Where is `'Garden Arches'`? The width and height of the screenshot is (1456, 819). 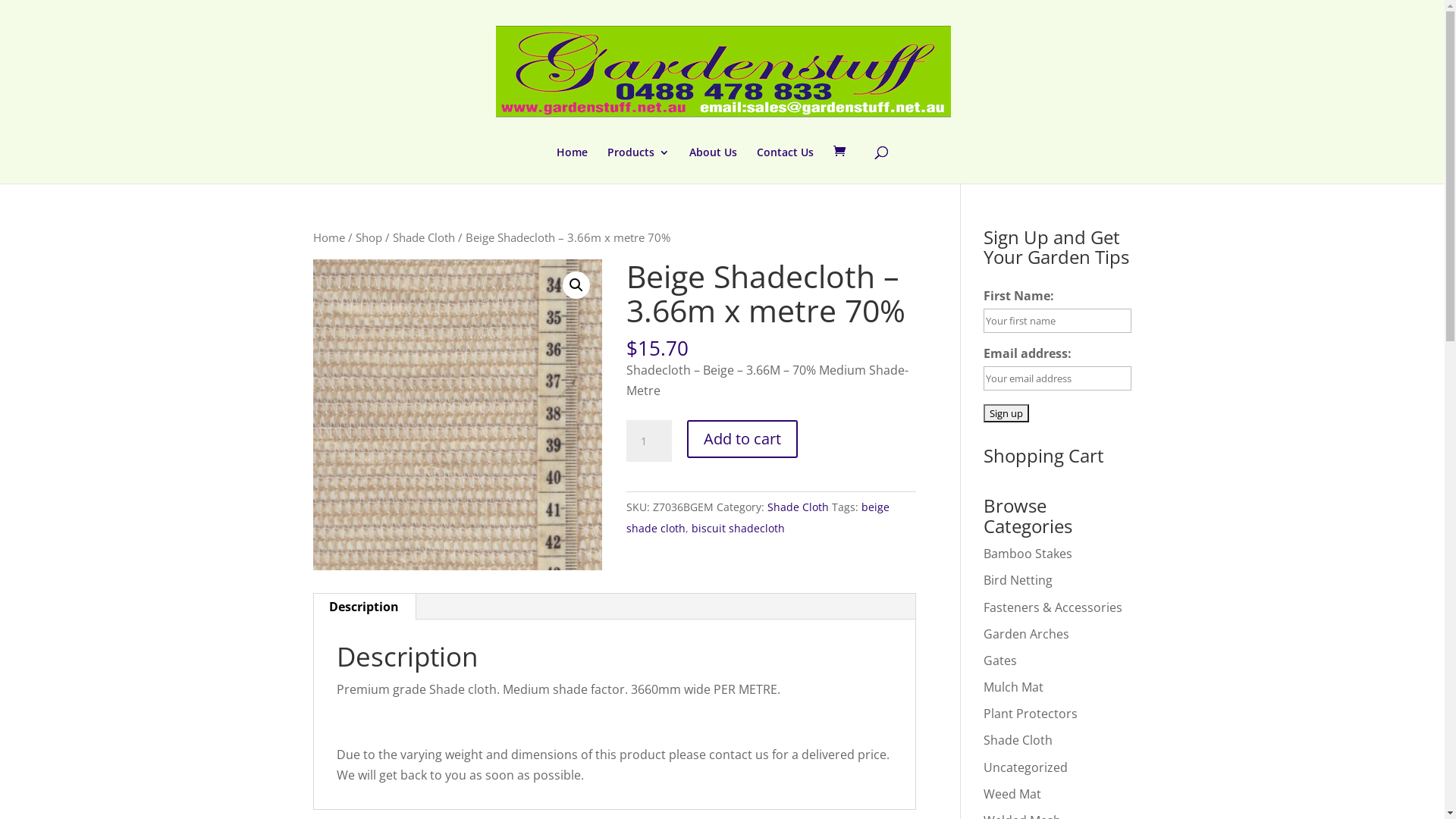
'Garden Arches' is located at coordinates (1026, 634).